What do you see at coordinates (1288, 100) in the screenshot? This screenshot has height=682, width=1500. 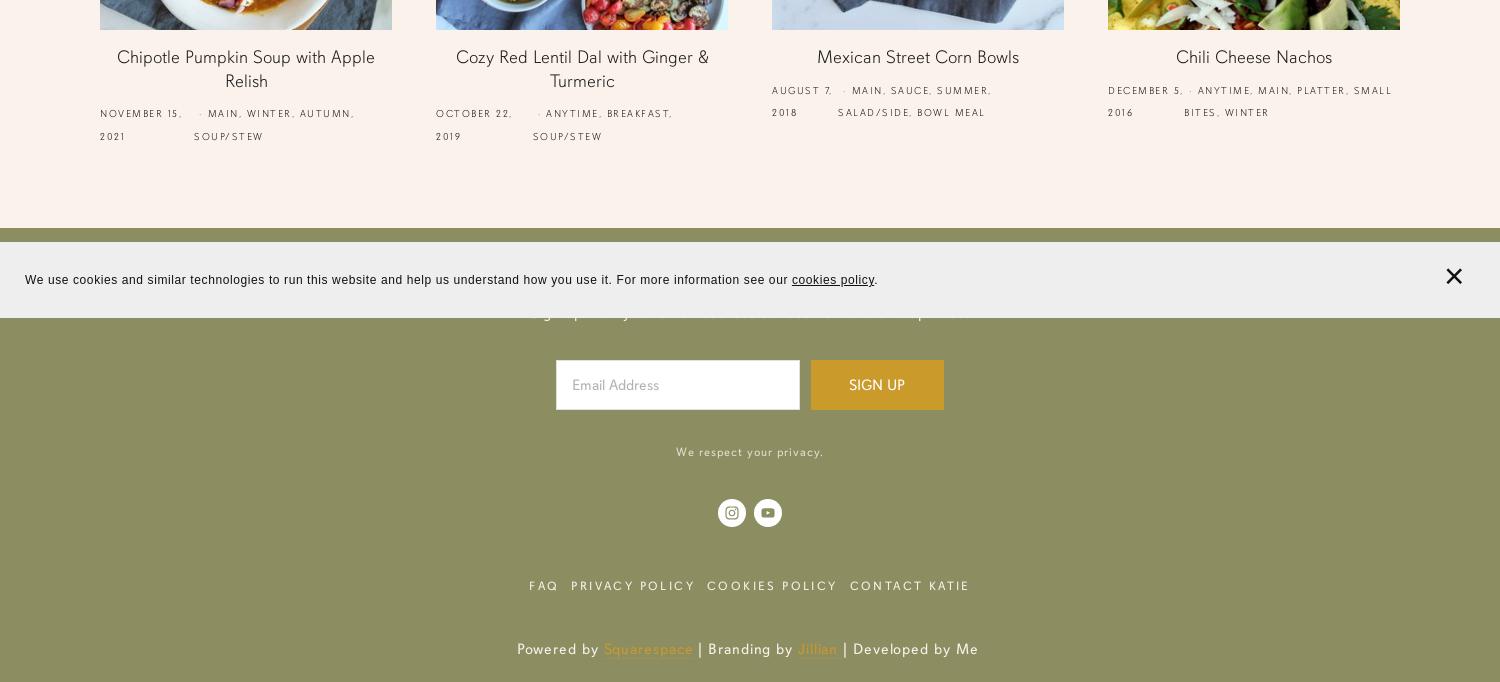 I see `'Small Bites'` at bounding box center [1288, 100].